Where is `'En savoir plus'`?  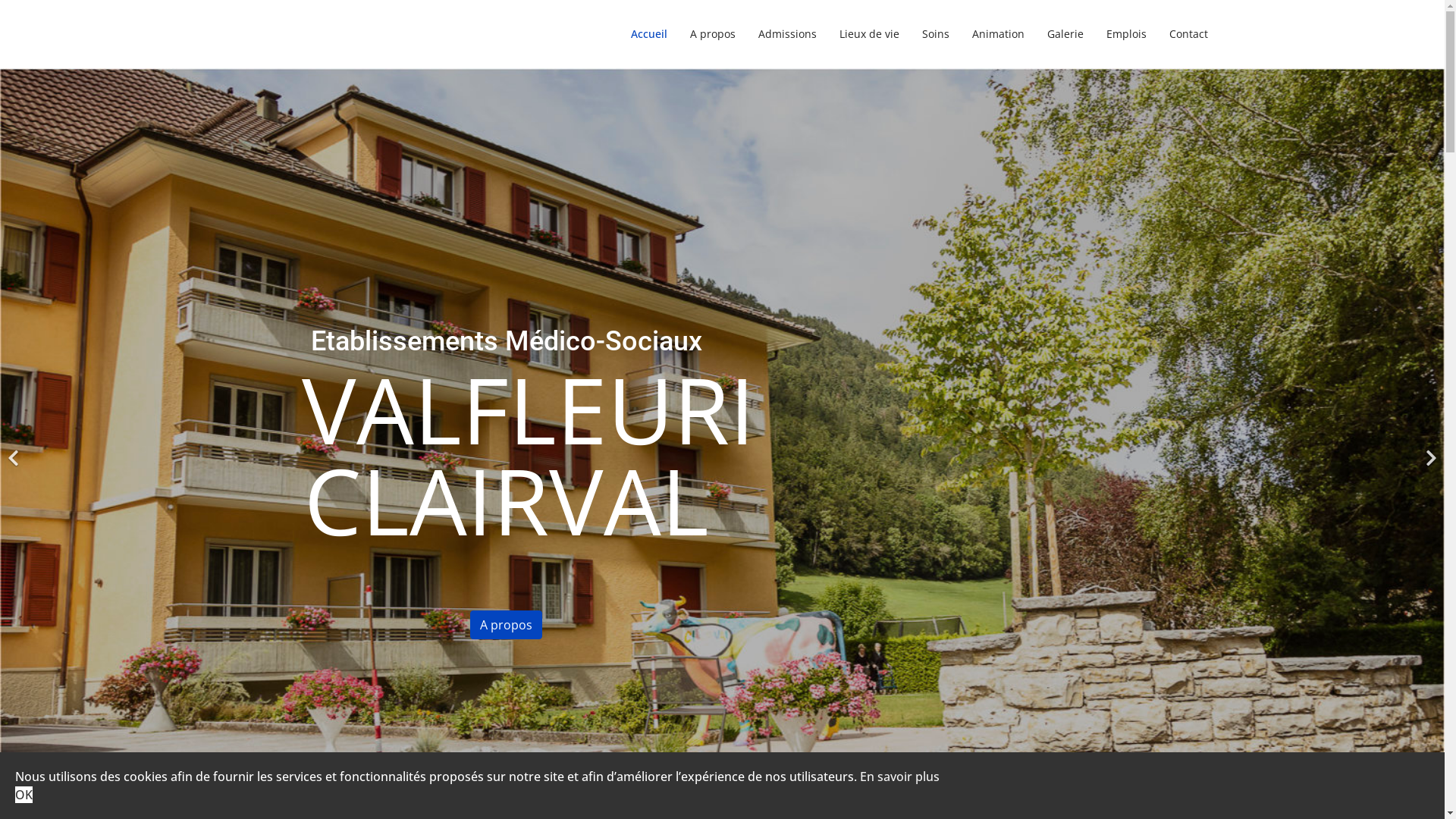
'En savoir plus' is located at coordinates (899, 776).